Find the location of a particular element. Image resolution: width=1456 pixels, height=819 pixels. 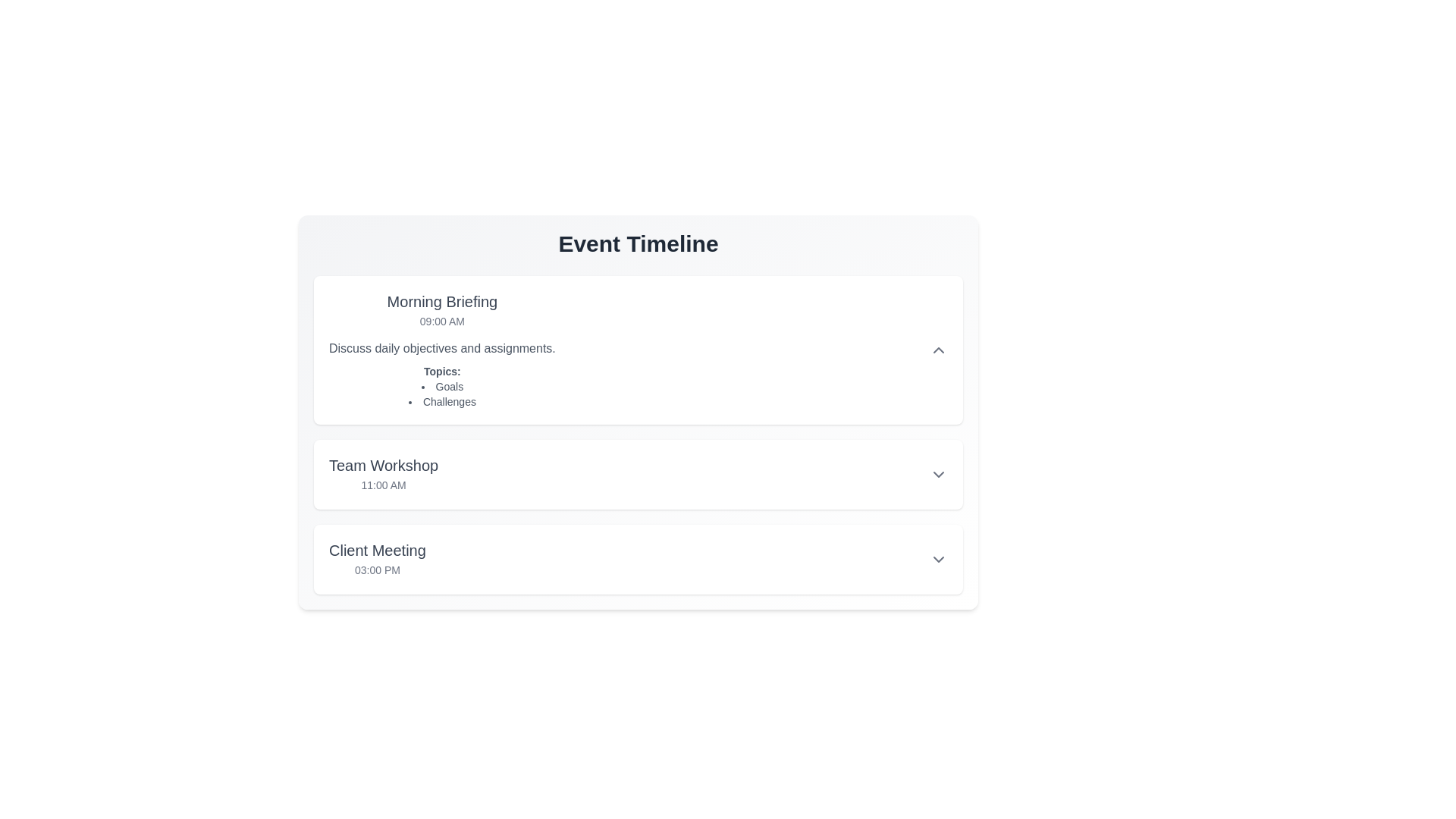

the gray downward-pointing chevron icon at the far right of the 'Client Meeting 03:00 PM' row is located at coordinates (938, 559).